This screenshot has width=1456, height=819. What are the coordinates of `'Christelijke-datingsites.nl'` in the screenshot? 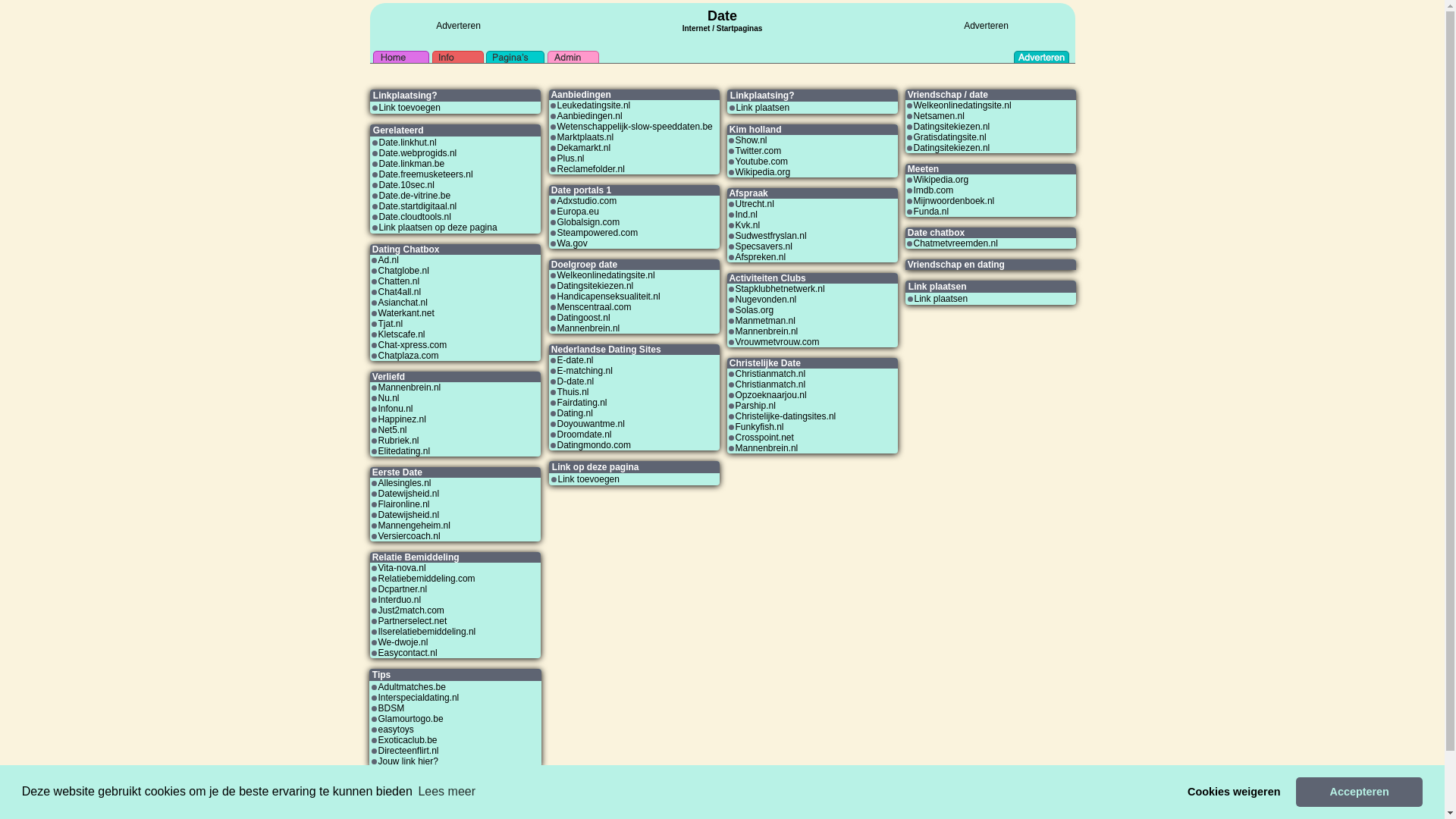 It's located at (786, 416).